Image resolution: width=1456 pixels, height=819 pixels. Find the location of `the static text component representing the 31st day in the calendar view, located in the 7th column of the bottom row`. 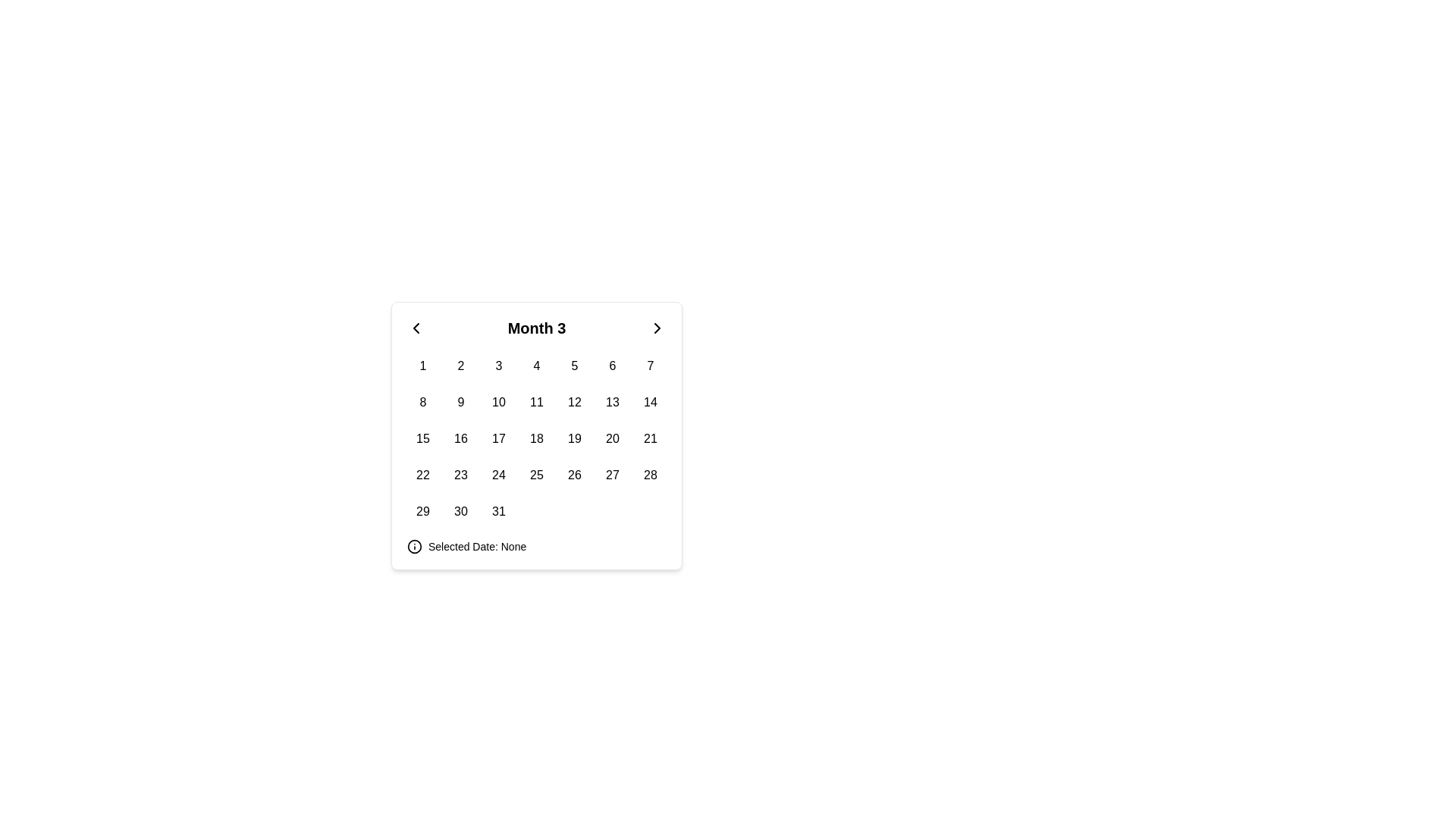

the static text component representing the 31st day in the calendar view, located in the 7th column of the bottom row is located at coordinates (498, 512).